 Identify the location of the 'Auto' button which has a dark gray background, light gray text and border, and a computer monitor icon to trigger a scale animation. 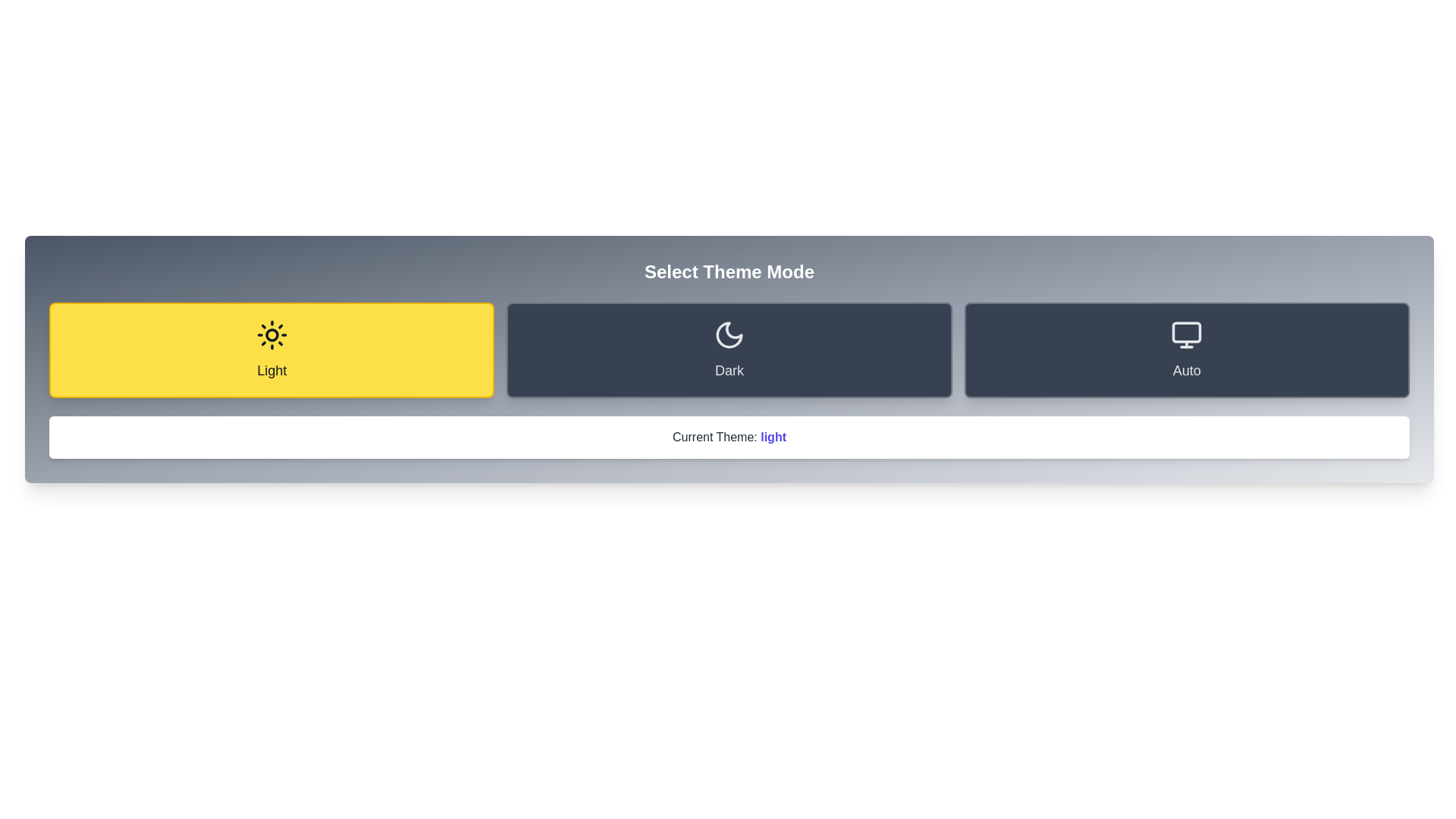
(1186, 350).